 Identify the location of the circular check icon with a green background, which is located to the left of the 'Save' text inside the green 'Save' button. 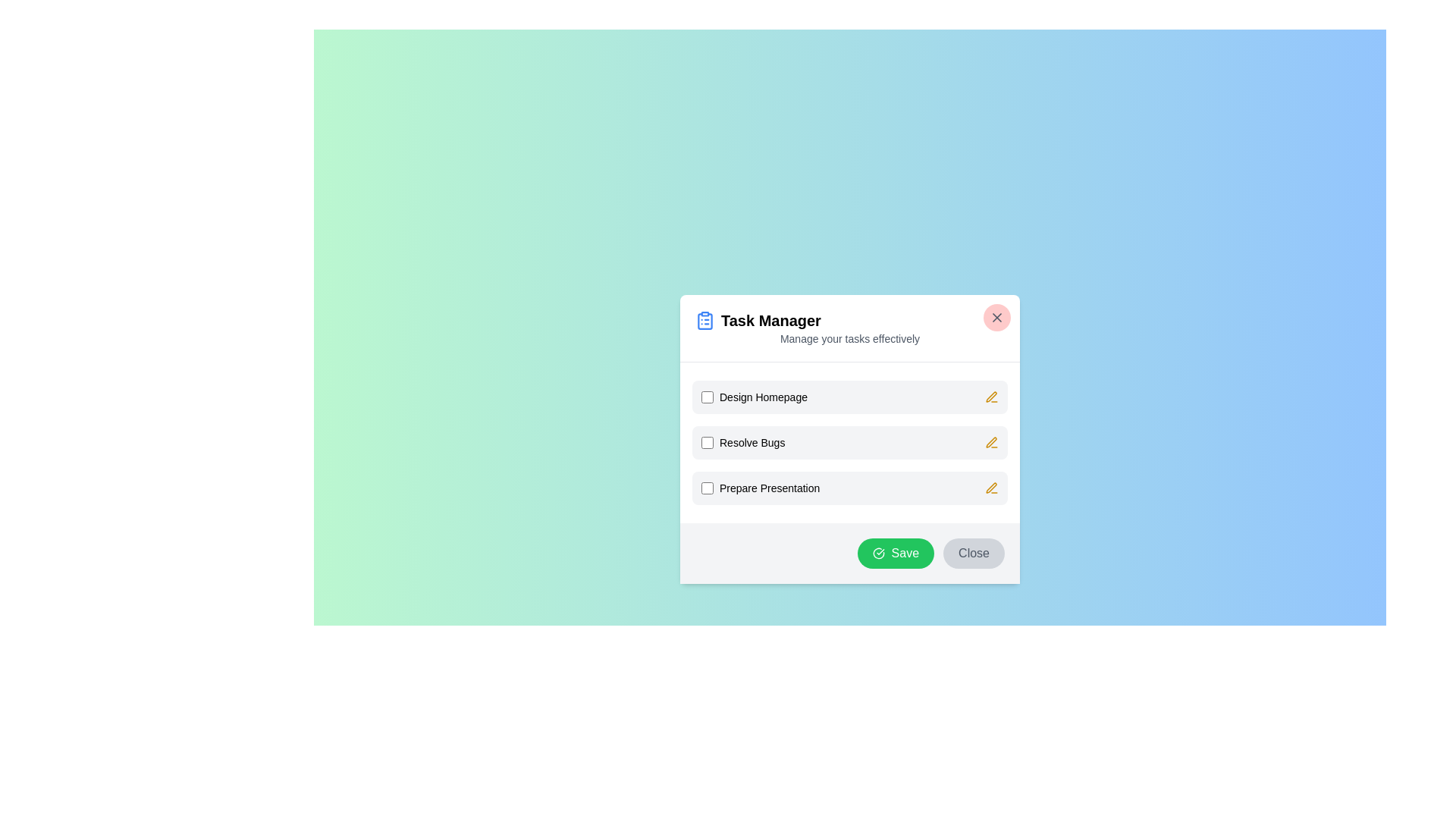
(879, 554).